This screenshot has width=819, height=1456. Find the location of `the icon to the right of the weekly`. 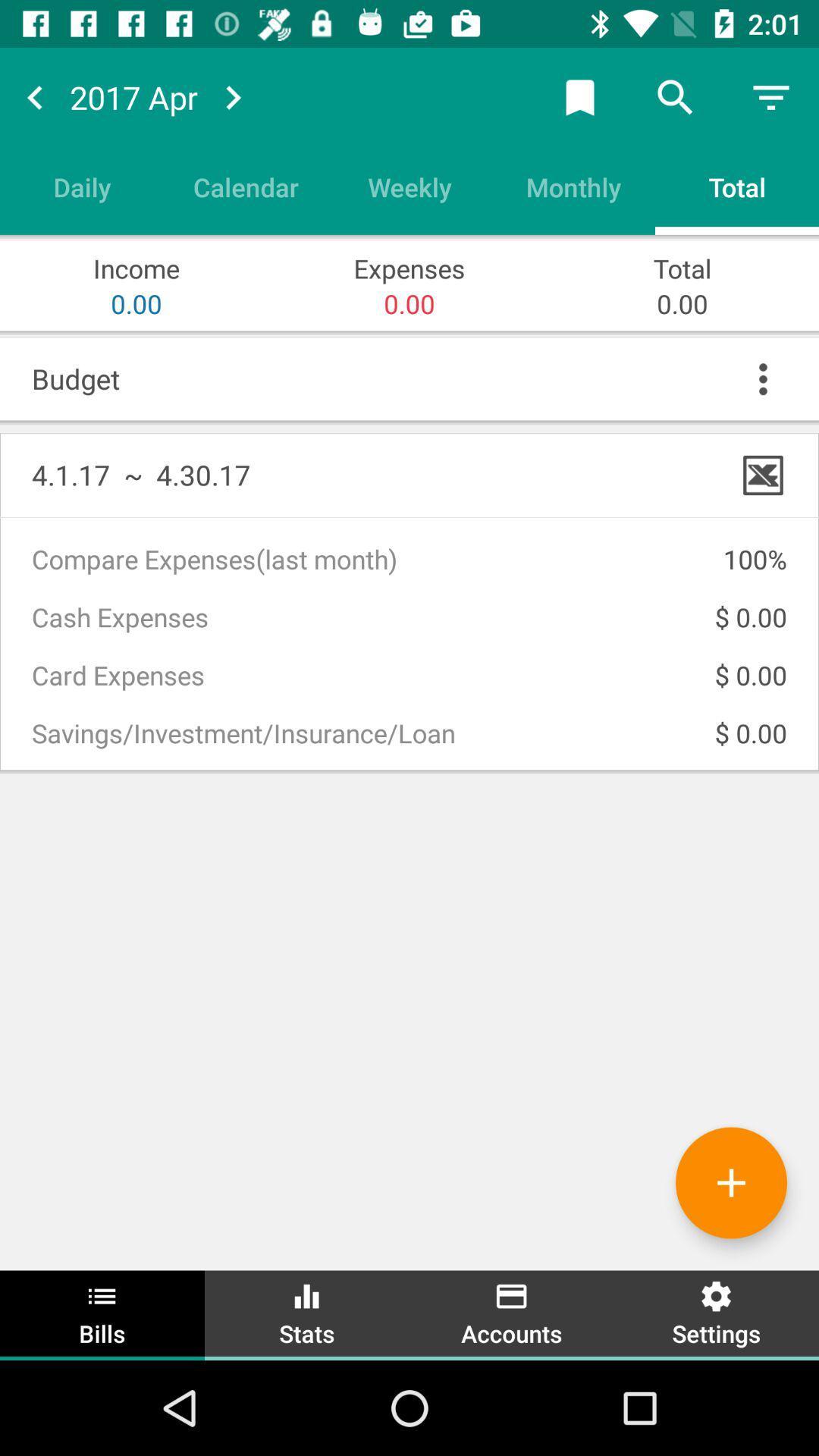

the icon to the right of the weekly is located at coordinates (573, 186).